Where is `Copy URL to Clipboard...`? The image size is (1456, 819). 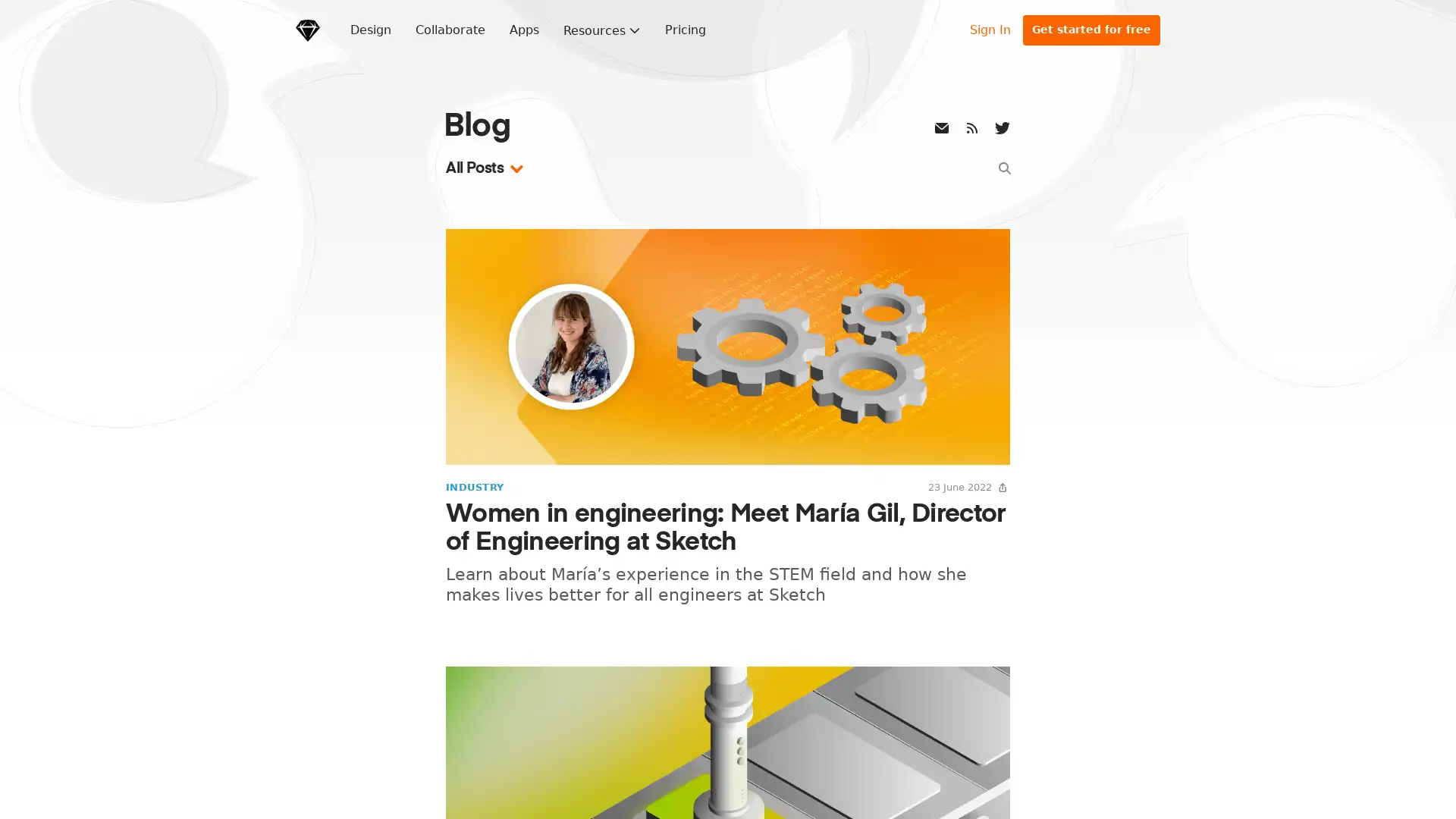 Copy URL to Clipboard... is located at coordinates (1002, 486).